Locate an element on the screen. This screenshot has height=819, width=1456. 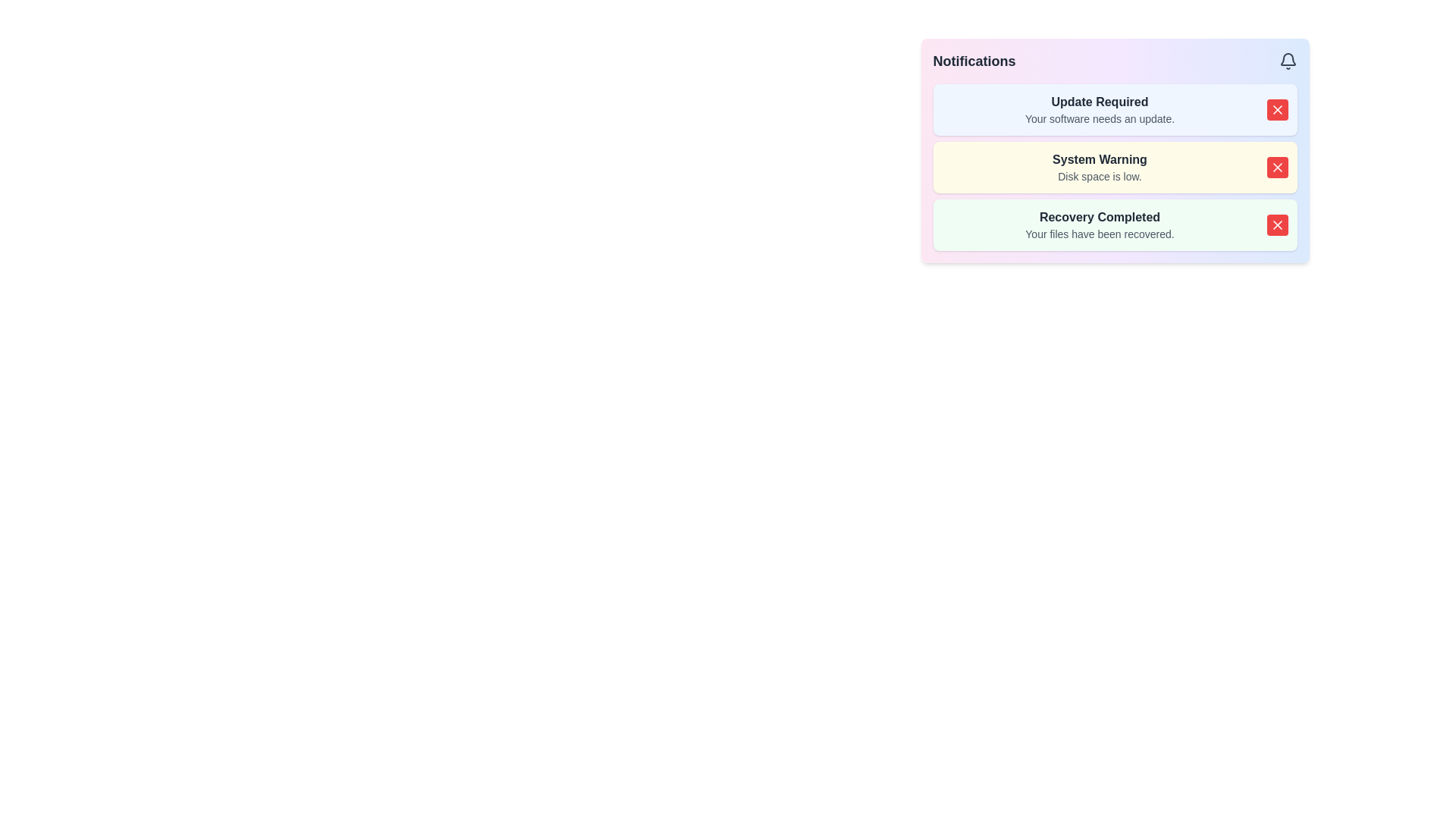
text content of the 'System Warning' label displayed in bold, dark gray font within the middle notification card of the notification panel is located at coordinates (1100, 160).